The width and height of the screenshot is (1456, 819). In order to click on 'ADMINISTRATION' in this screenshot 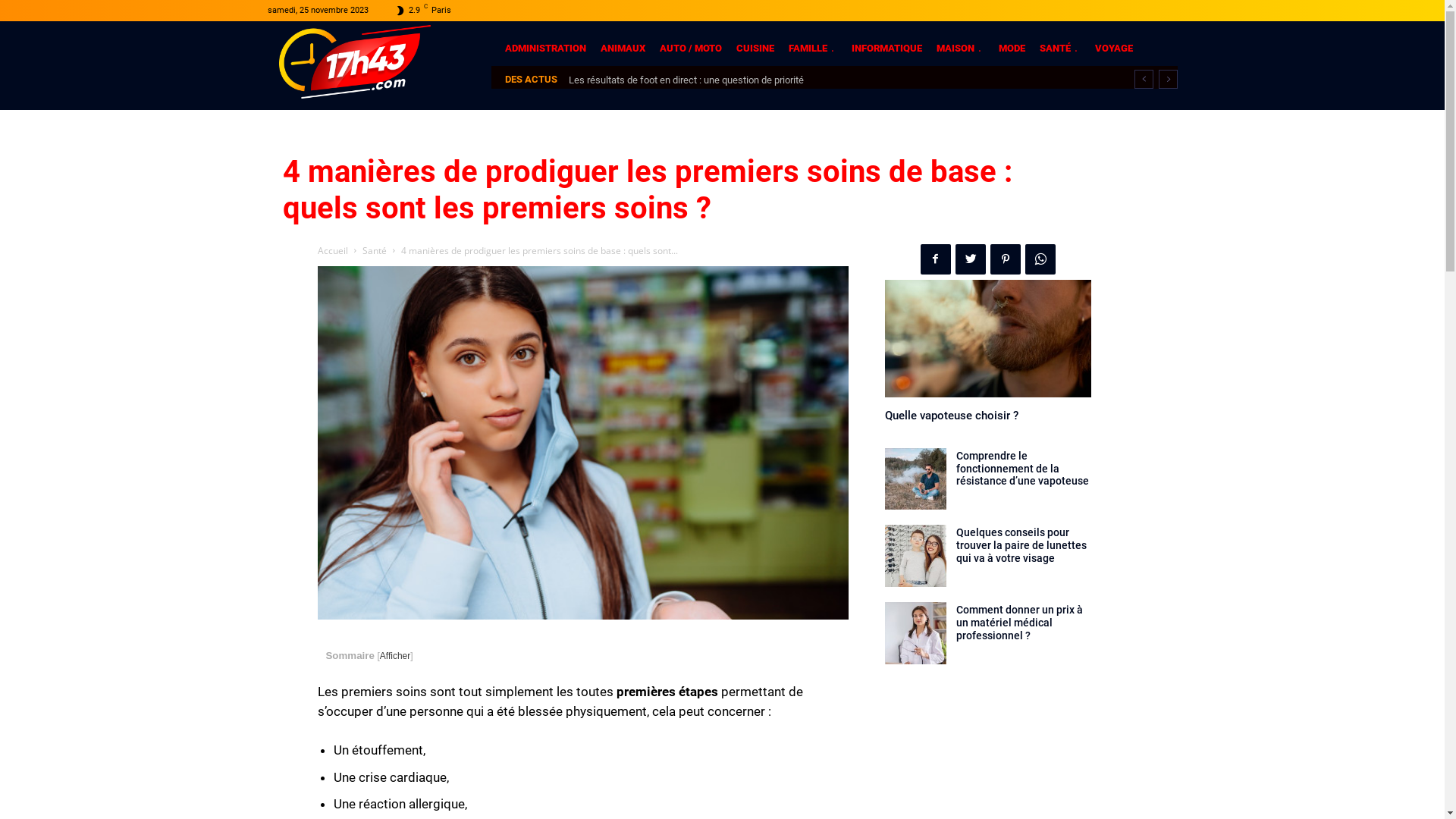, I will do `click(545, 47)`.